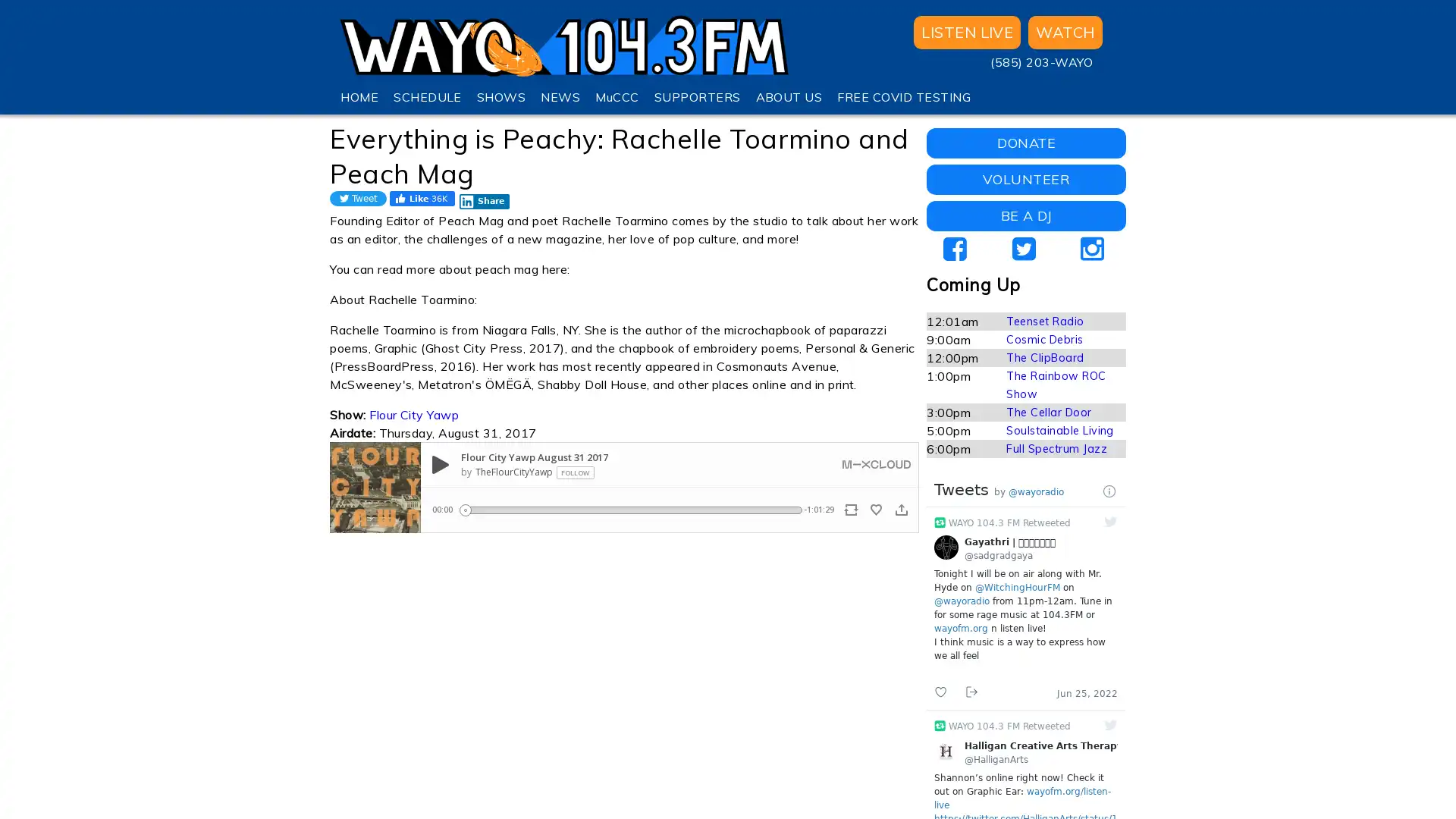 This screenshot has height=819, width=1456. I want to click on Share, so click(483, 201).